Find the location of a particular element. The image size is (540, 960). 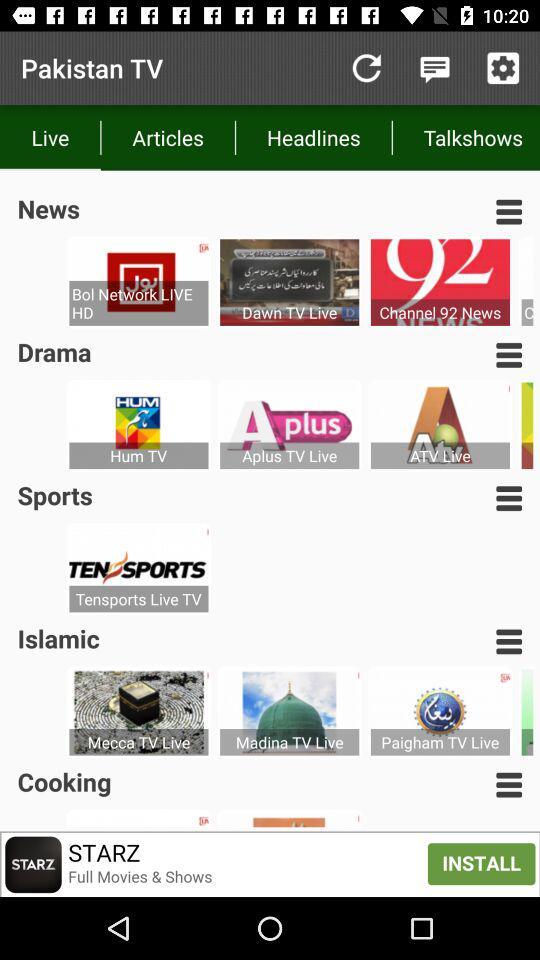

the icon below sports item is located at coordinates (137, 599).